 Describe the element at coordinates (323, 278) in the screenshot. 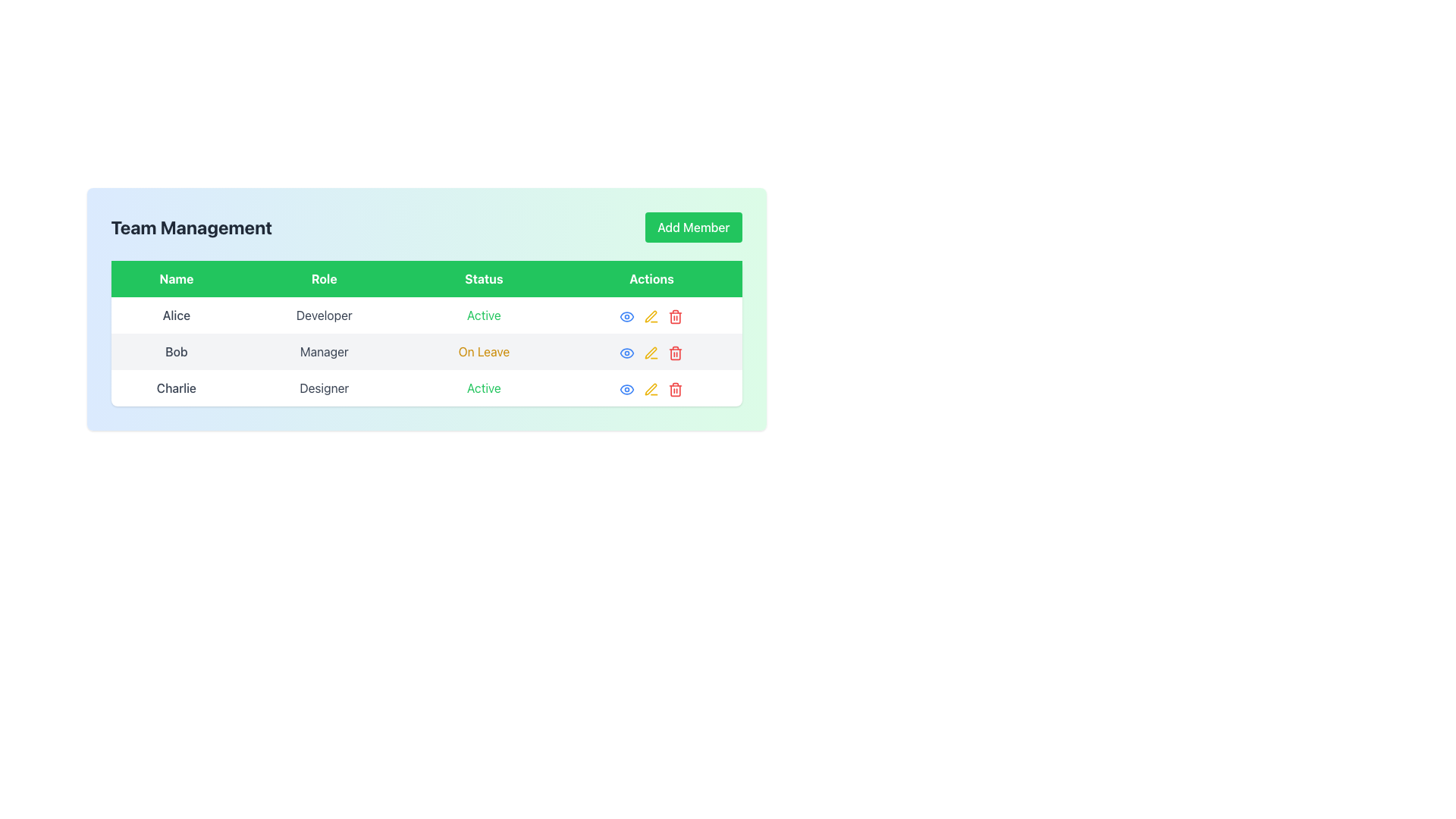

I see `the 'Role' column header label in the table, which is the second column header among 'Name', 'Role', 'Status', and 'Actions'` at that location.